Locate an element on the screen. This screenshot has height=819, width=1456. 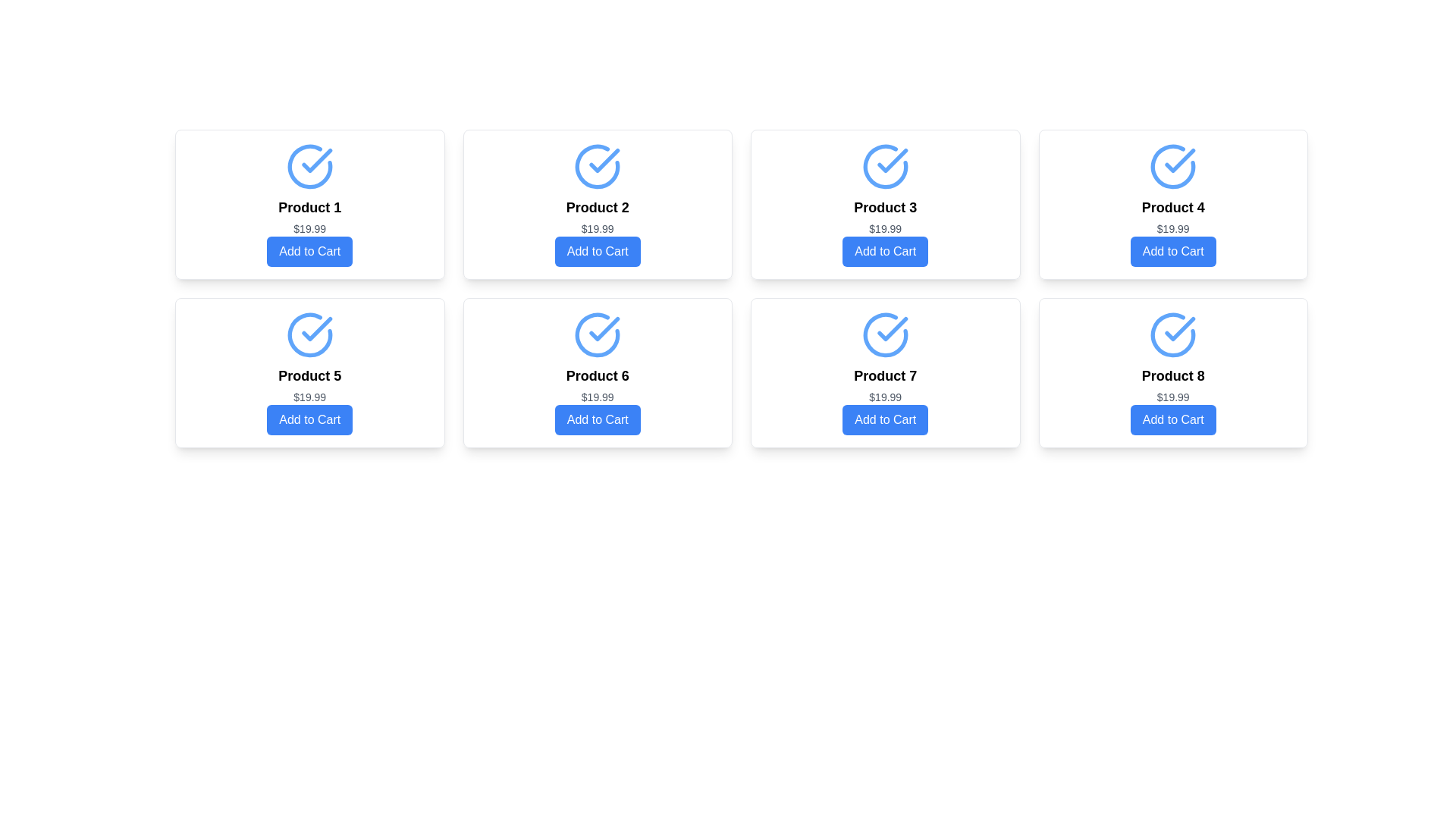
the sixth 'Add to Cart' button located in the bottom-right quadrant of the 'Product 6' card is located at coordinates (597, 420).